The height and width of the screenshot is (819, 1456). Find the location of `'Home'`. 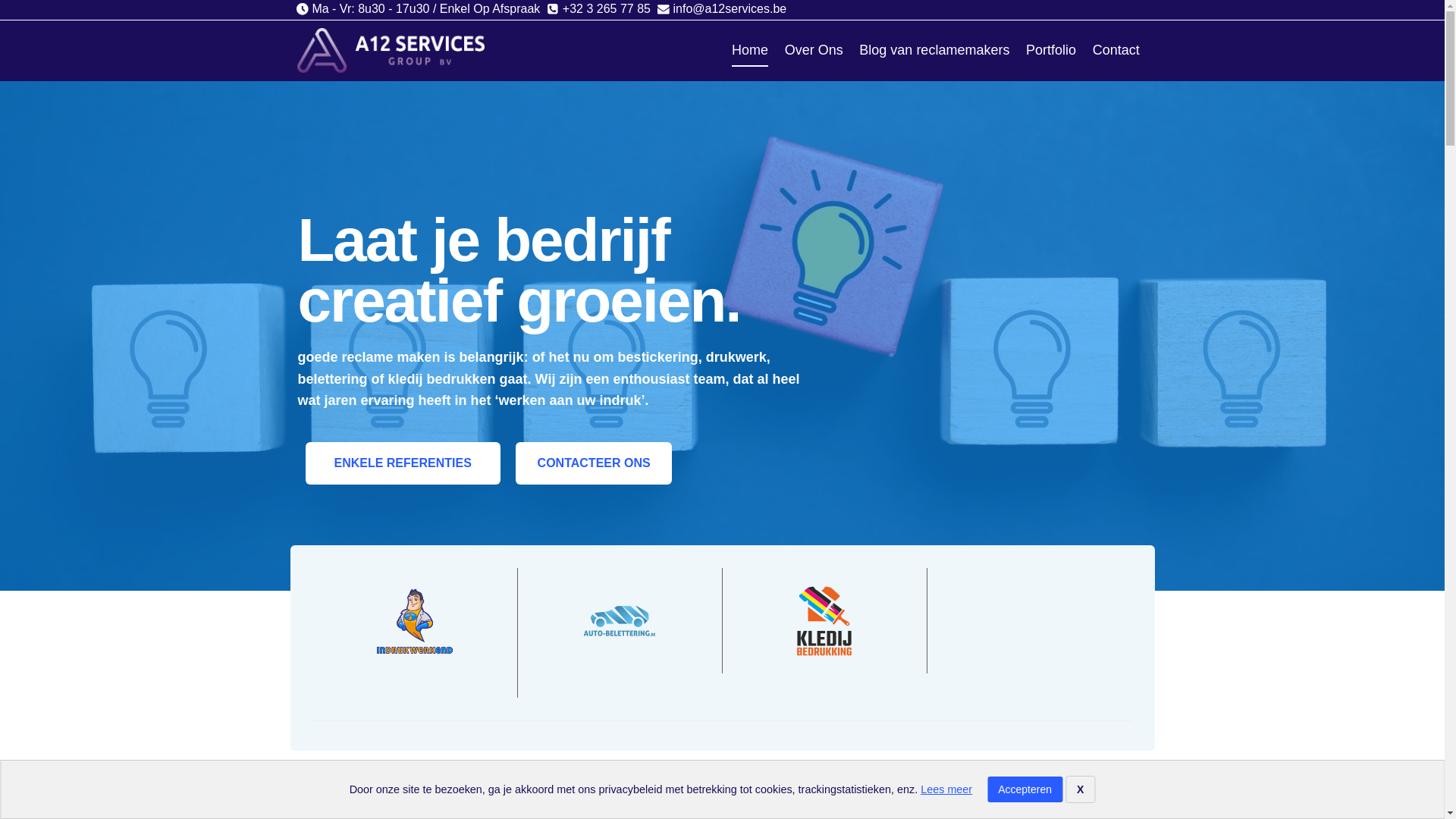

'Home' is located at coordinates (749, 49).